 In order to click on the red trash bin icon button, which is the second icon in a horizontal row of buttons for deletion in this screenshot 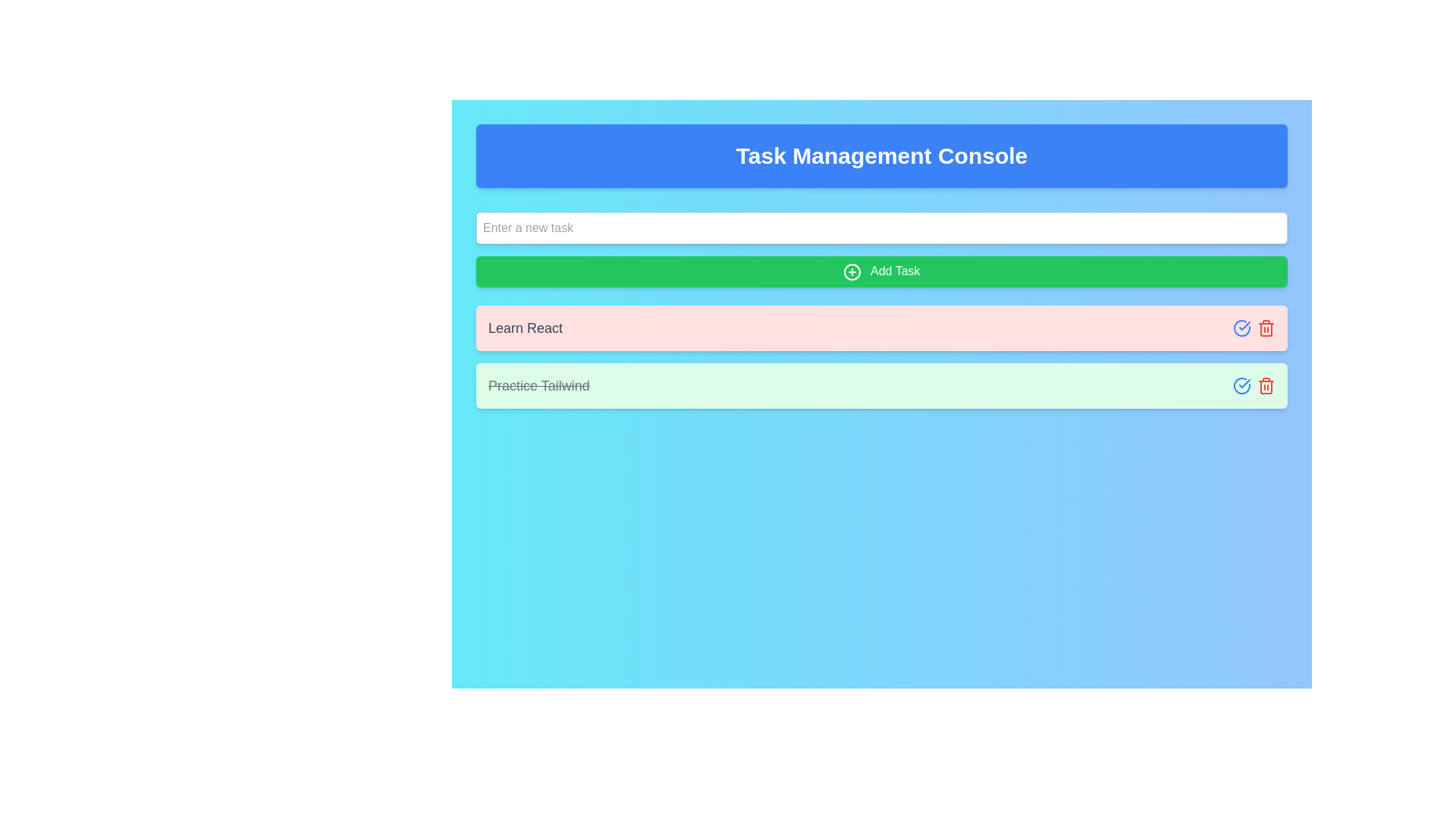, I will do `click(1266, 327)`.